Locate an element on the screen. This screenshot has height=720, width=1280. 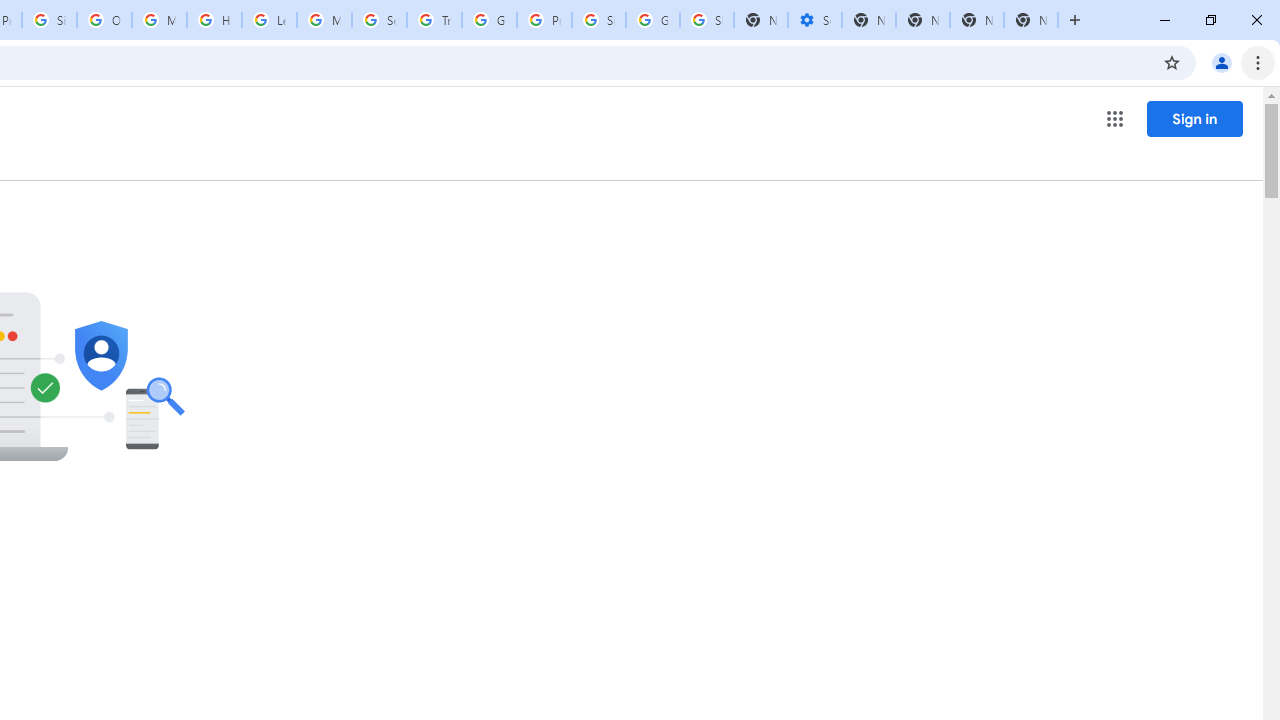
'New Tab' is located at coordinates (1031, 20).